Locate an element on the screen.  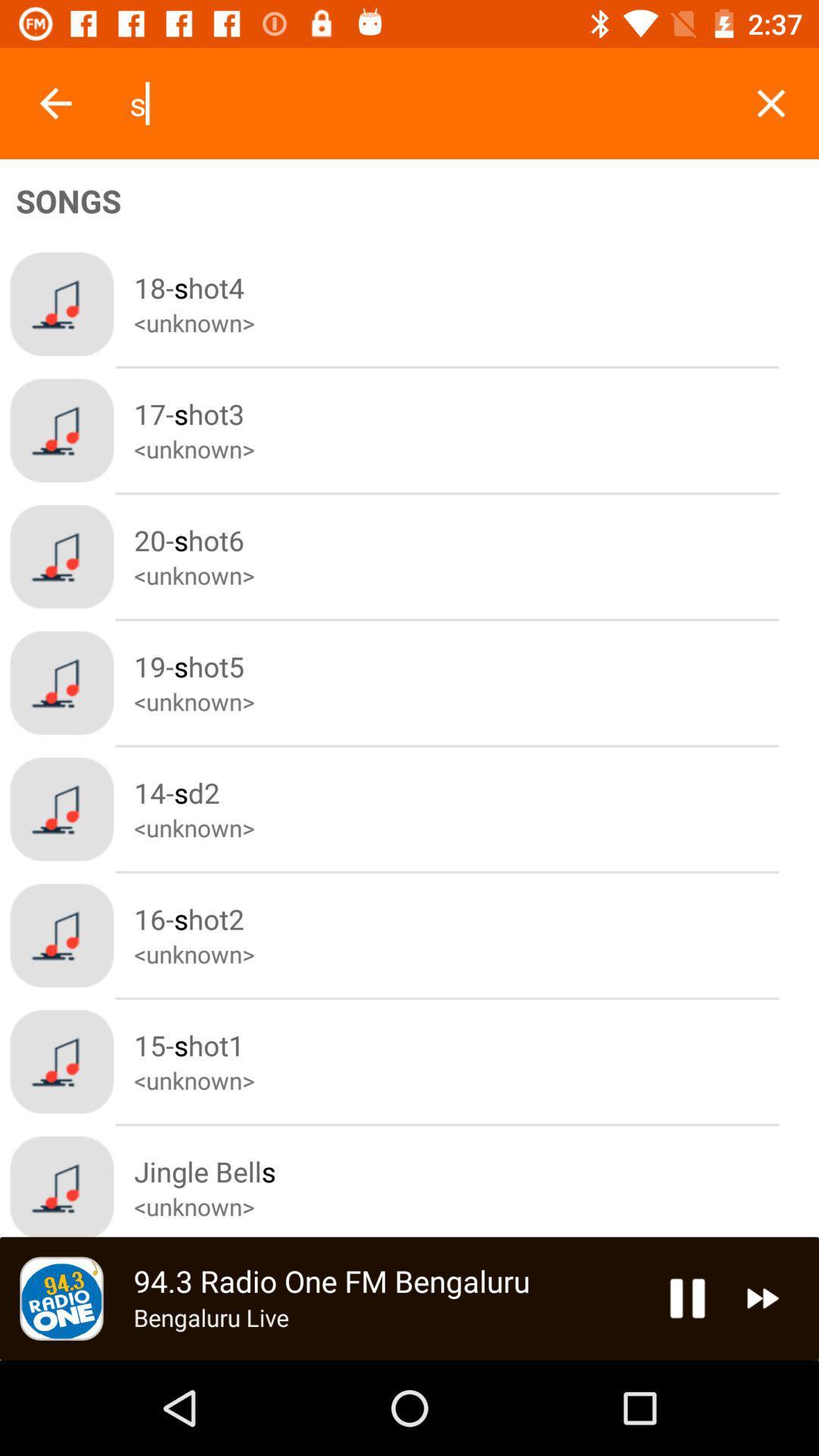
the fifth text from the top in songs is located at coordinates (475, 808).